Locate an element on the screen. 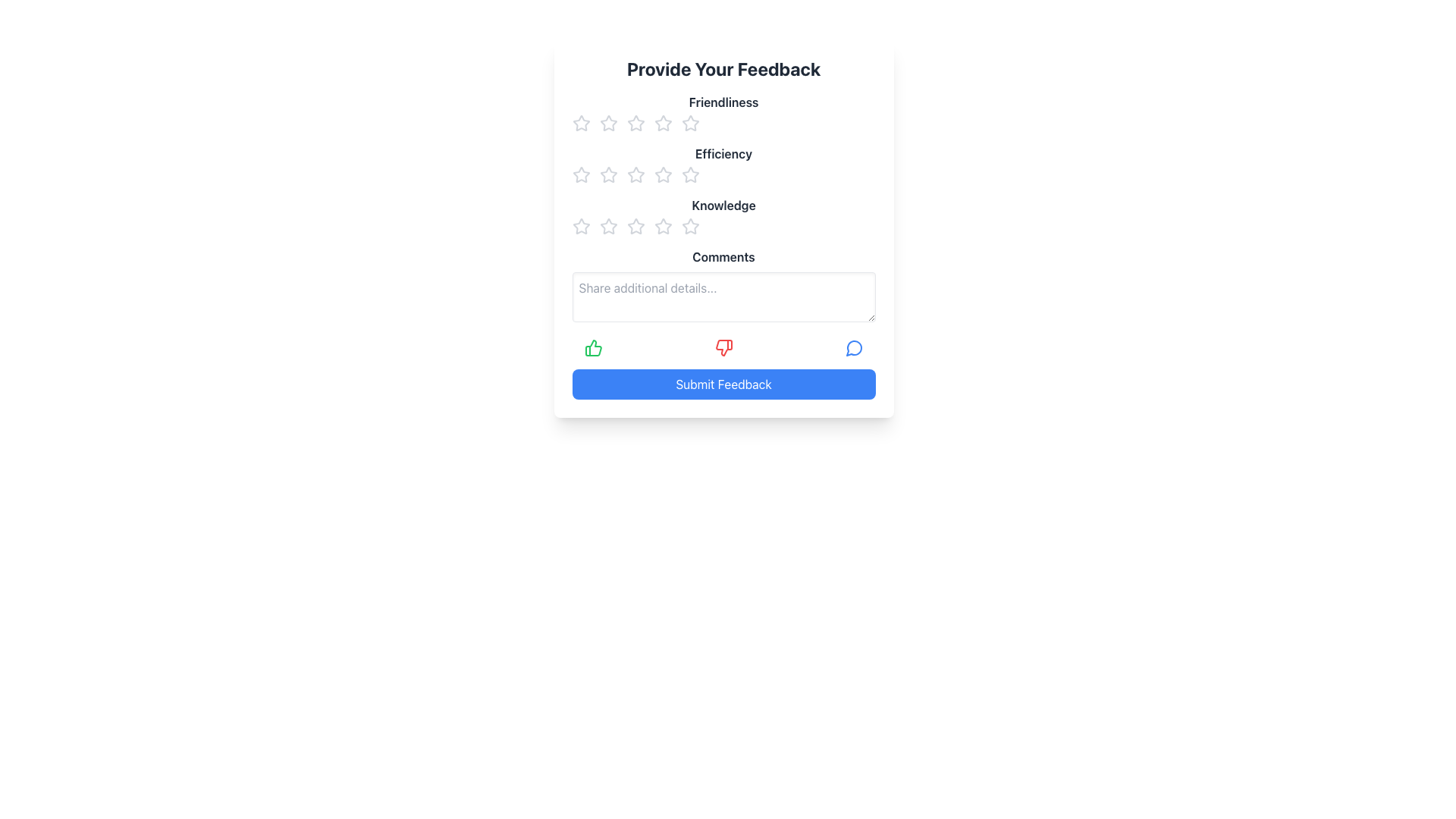 Image resolution: width=1456 pixels, height=819 pixels. the feedback submission button located at the bottom of the feedback section, which is centrally aligned and positioned below a row of icons is located at coordinates (723, 383).